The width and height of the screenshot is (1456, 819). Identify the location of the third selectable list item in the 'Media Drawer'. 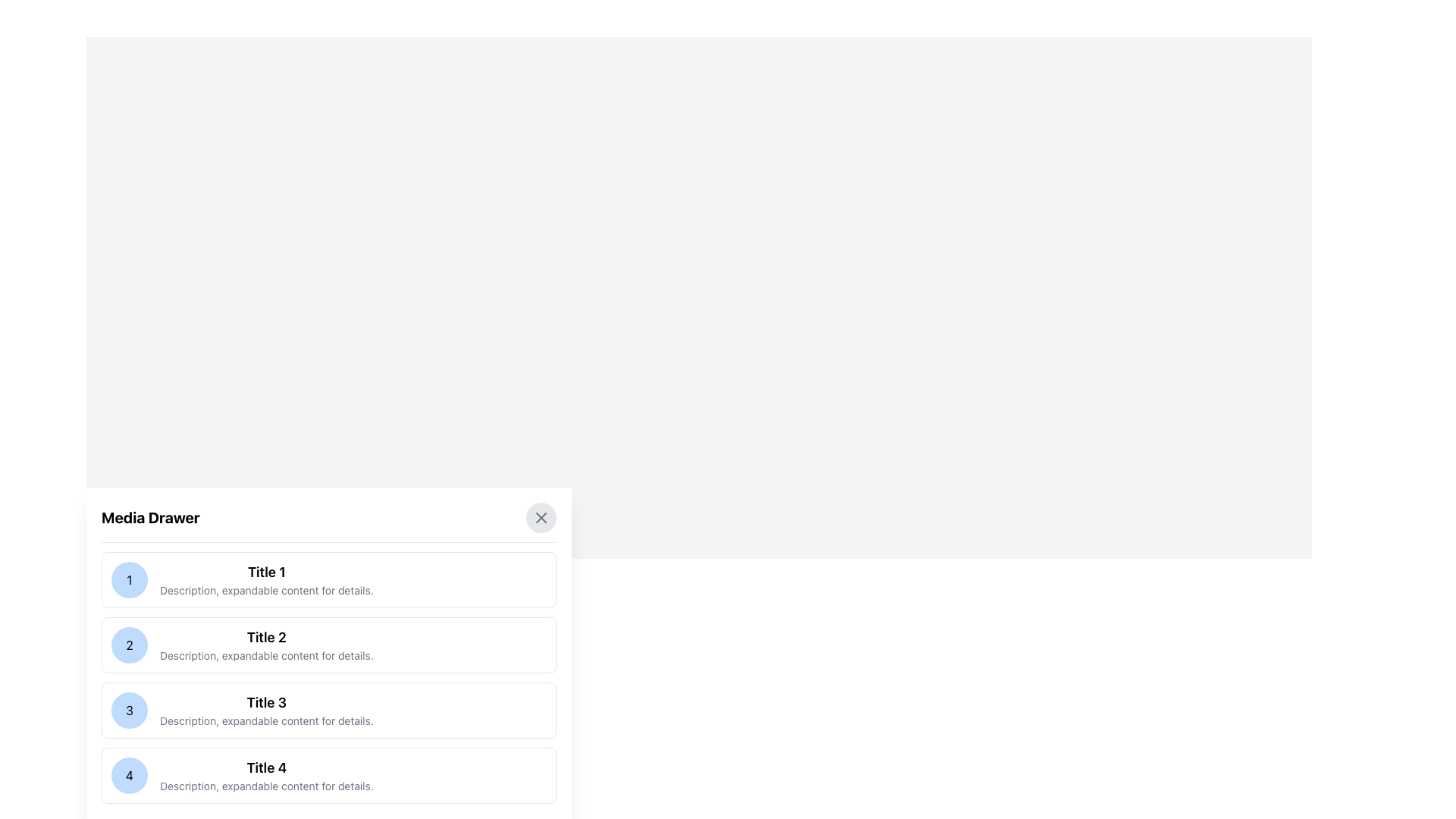
(328, 711).